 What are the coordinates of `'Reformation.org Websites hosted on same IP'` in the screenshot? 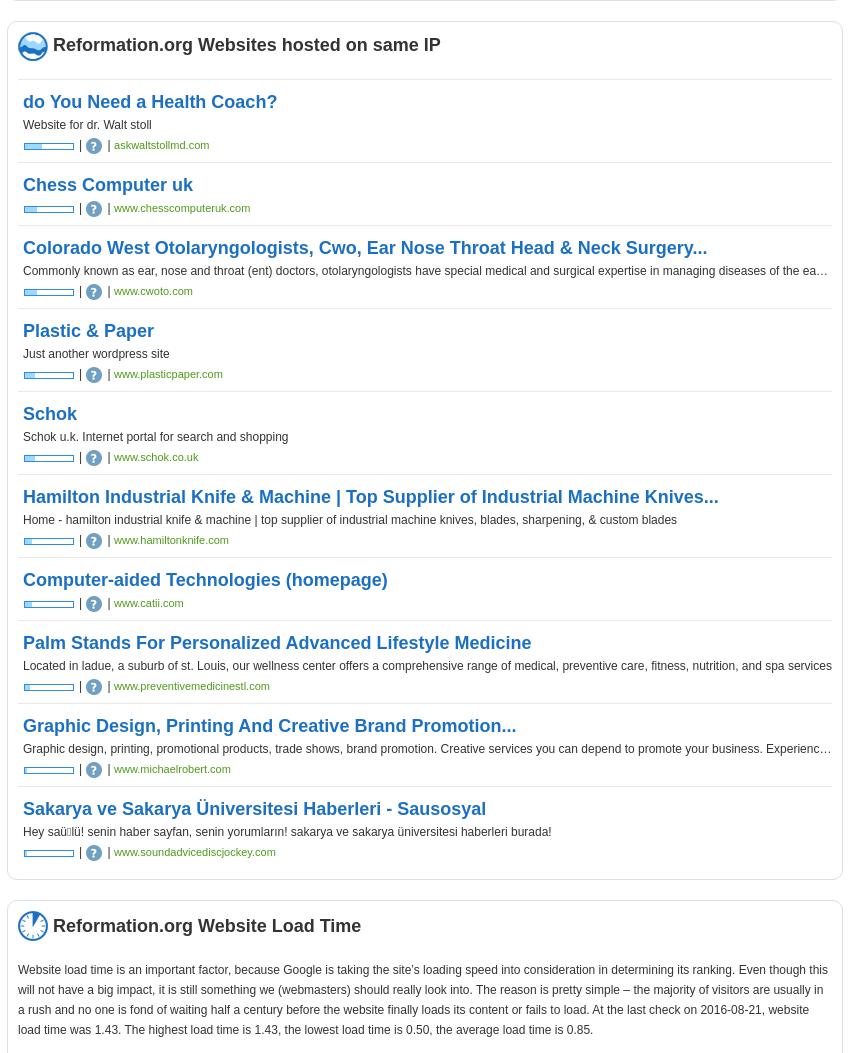 It's located at (246, 44).